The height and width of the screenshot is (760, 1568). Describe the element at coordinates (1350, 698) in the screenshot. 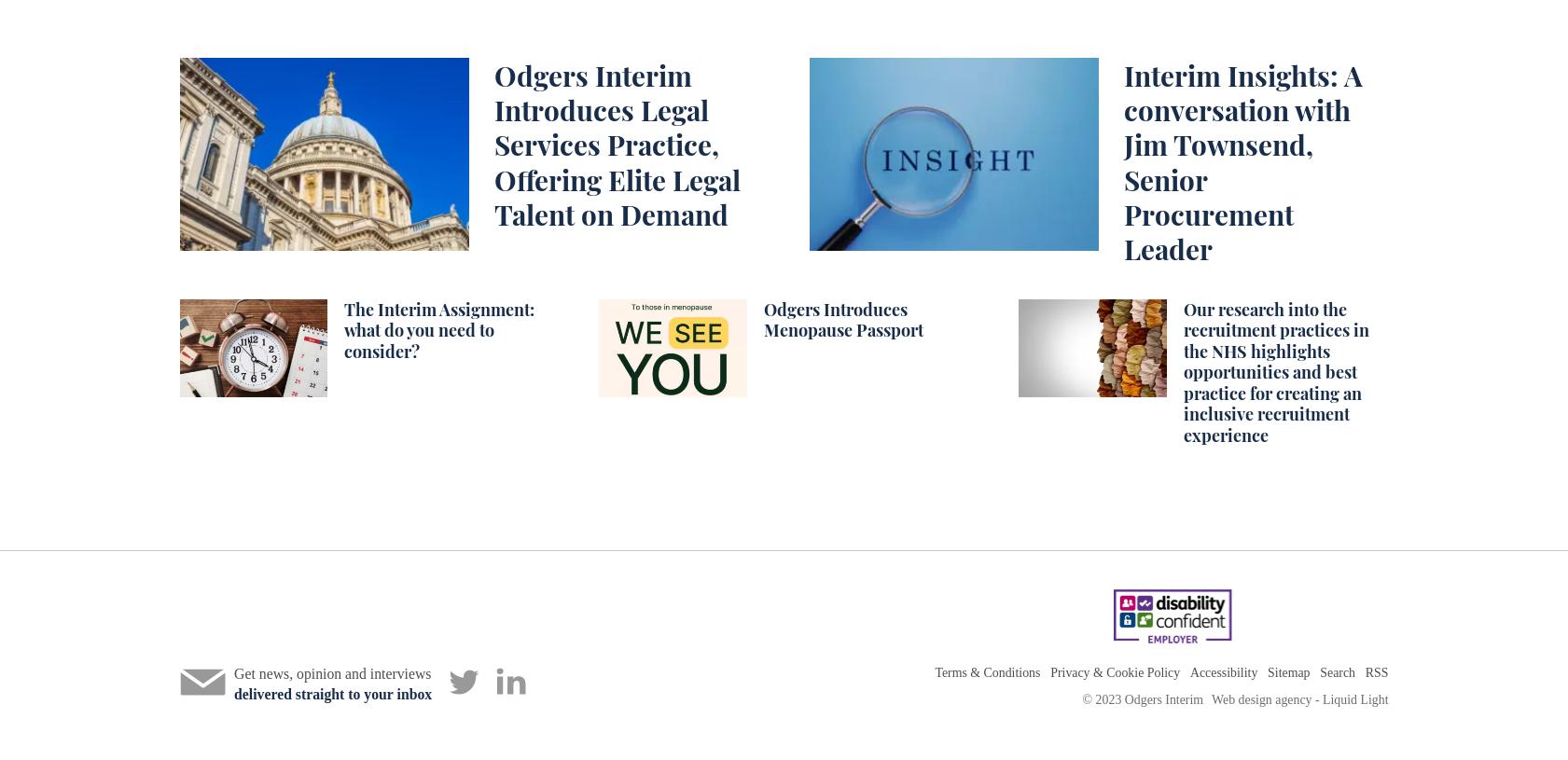

I see `'- Liquid Light'` at that location.